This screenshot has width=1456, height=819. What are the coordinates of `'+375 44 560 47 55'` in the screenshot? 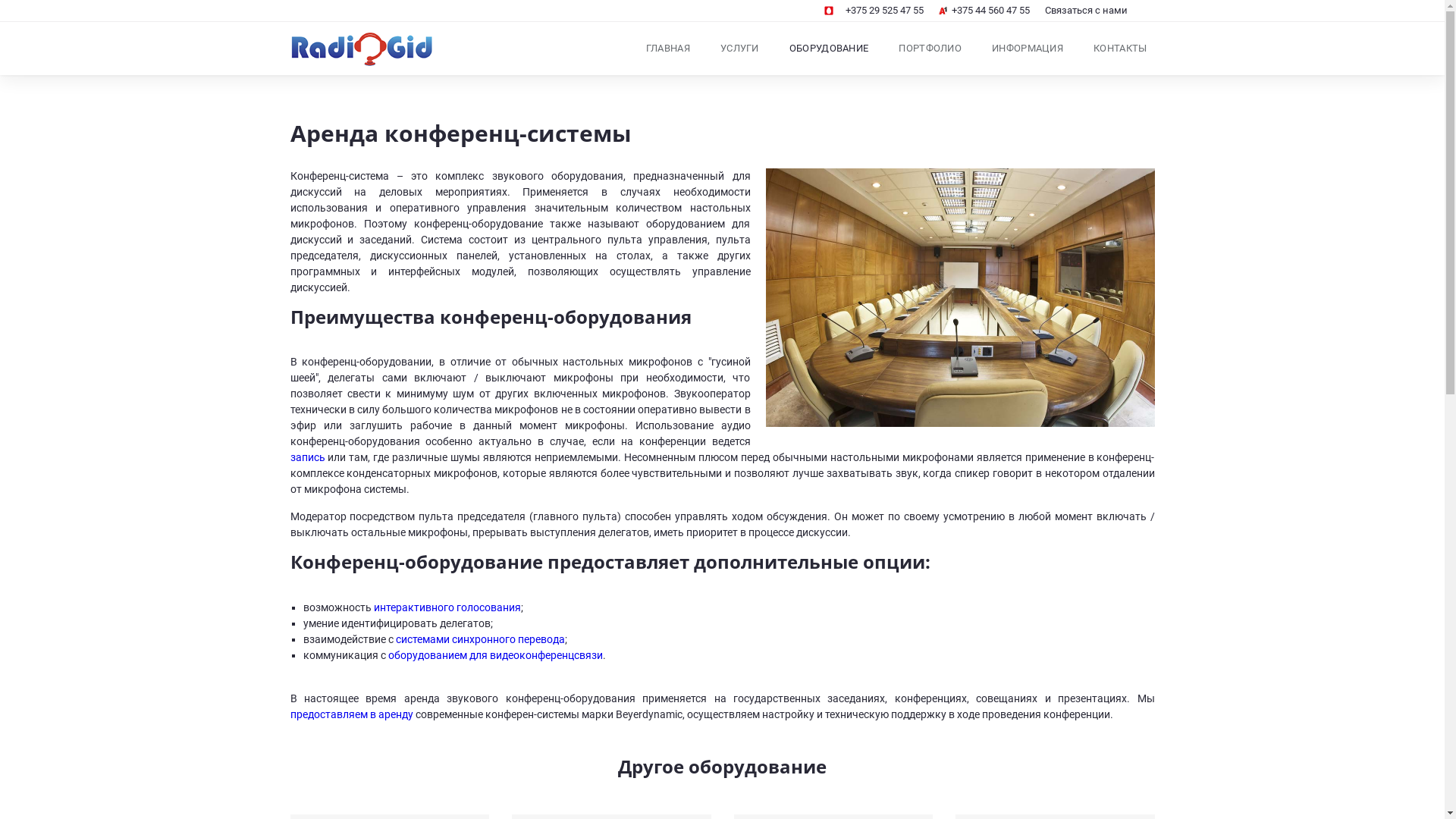 It's located at (984, 10).